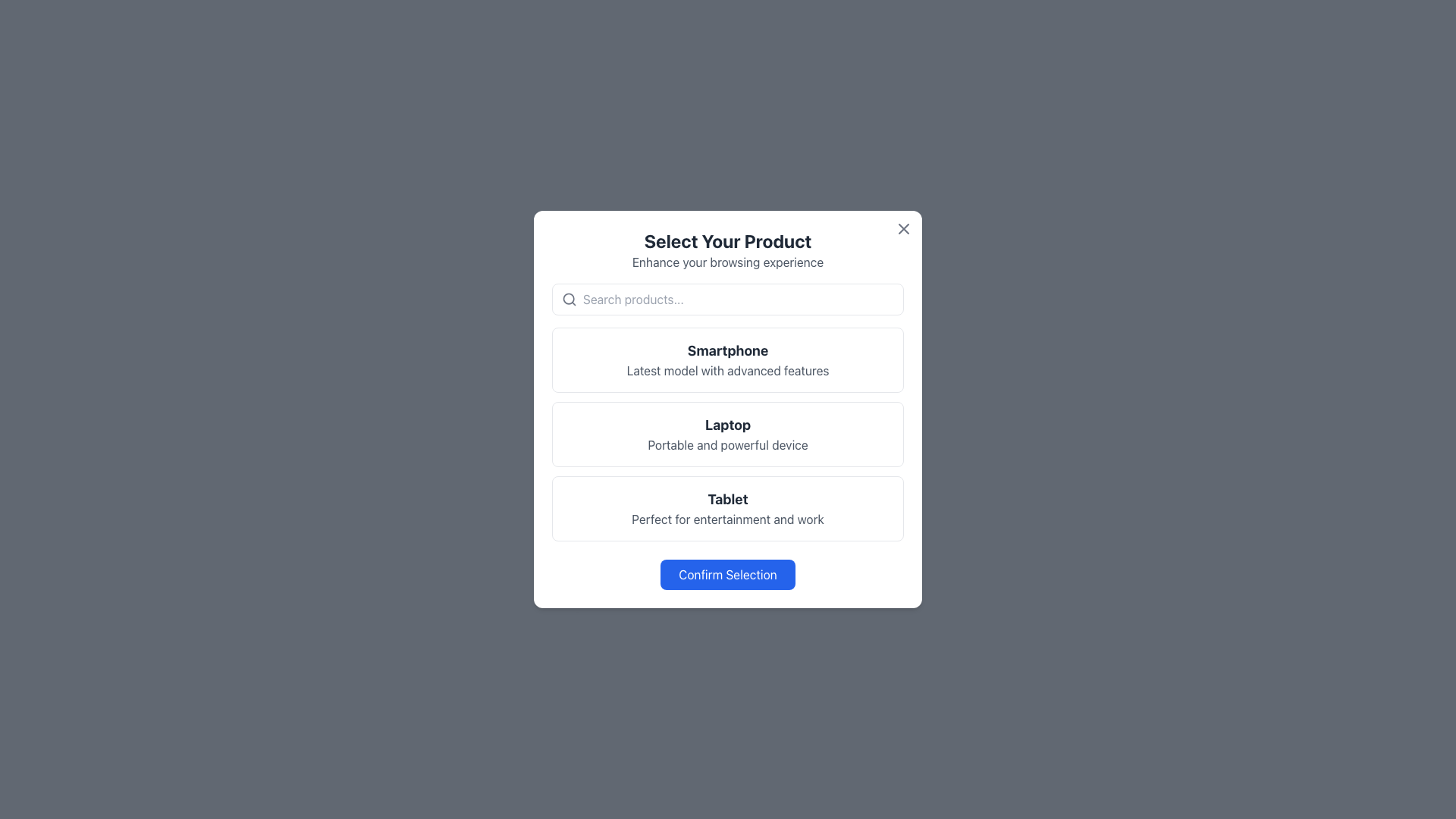 The height and width of the screenshot is (819, 1456). Describe the element at coordinates (728, 509) in the screenshot. I see `the selectable text-based card labeled 'Tablet' that displays two lines of text, with the first line in bold and larger font and the second line in smaller font` at that location.